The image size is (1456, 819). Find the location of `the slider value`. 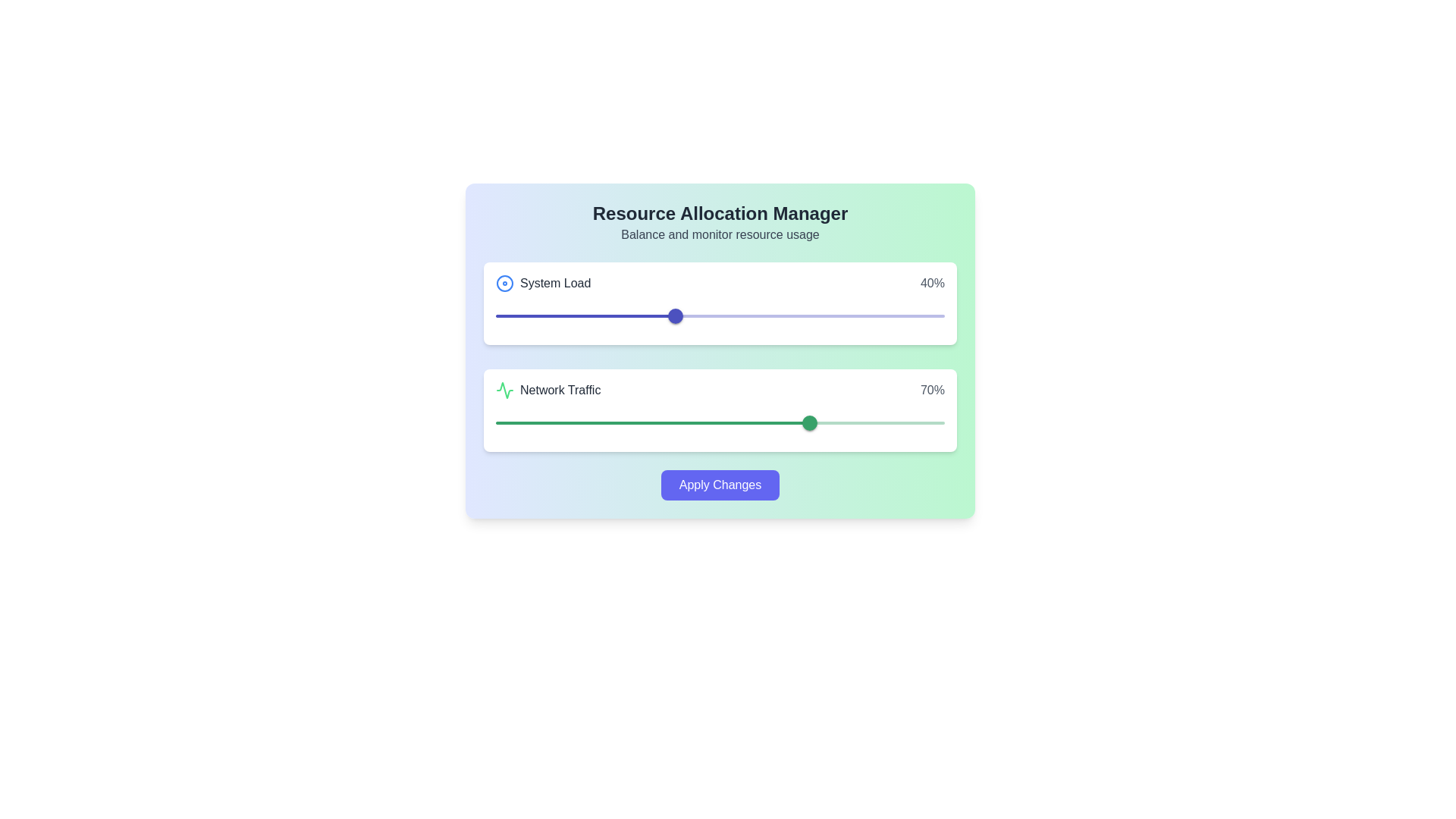

the slider value is located at coordinates (536, 423).